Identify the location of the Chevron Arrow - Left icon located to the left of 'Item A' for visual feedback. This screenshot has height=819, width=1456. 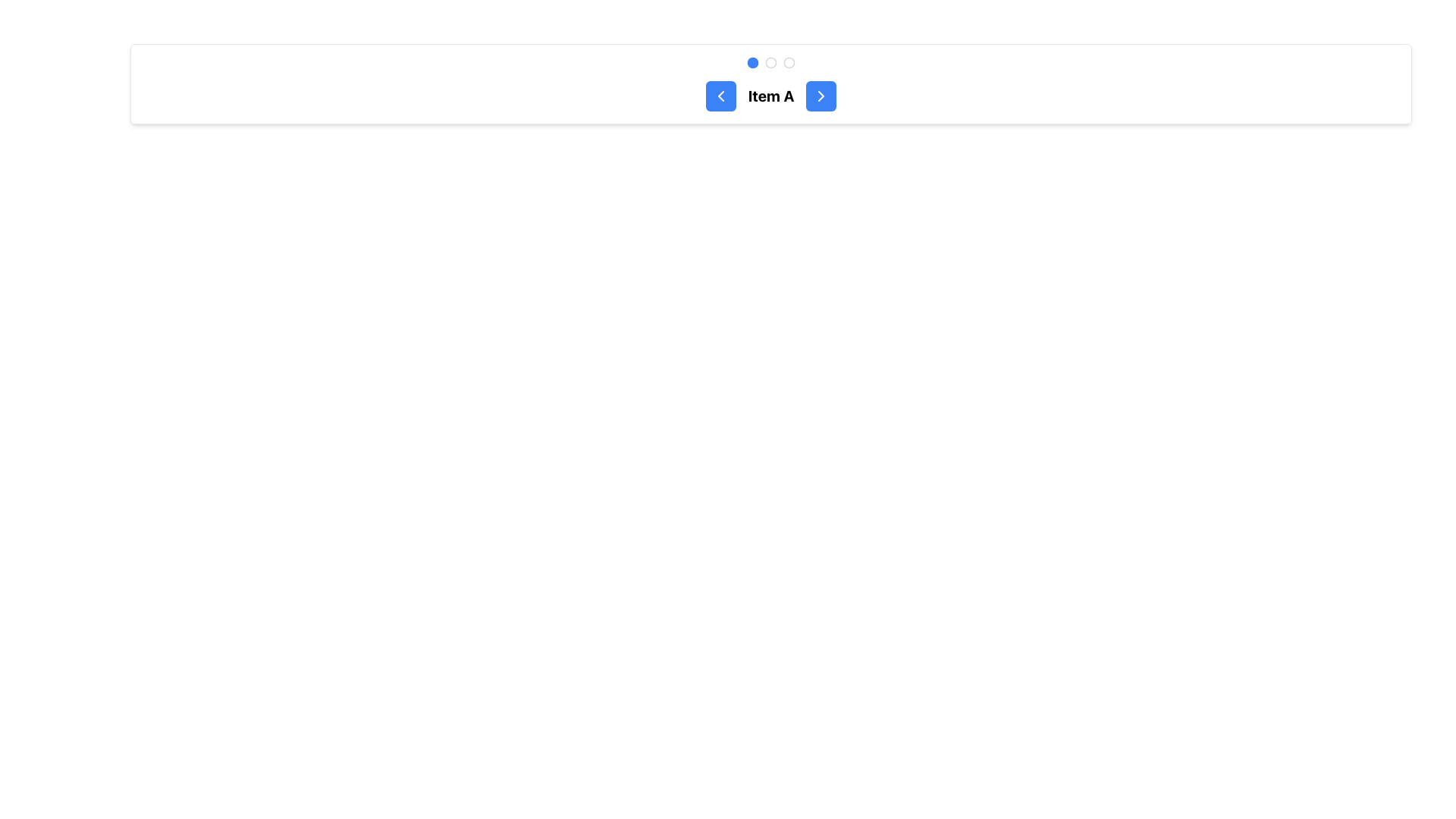
(720, 96).